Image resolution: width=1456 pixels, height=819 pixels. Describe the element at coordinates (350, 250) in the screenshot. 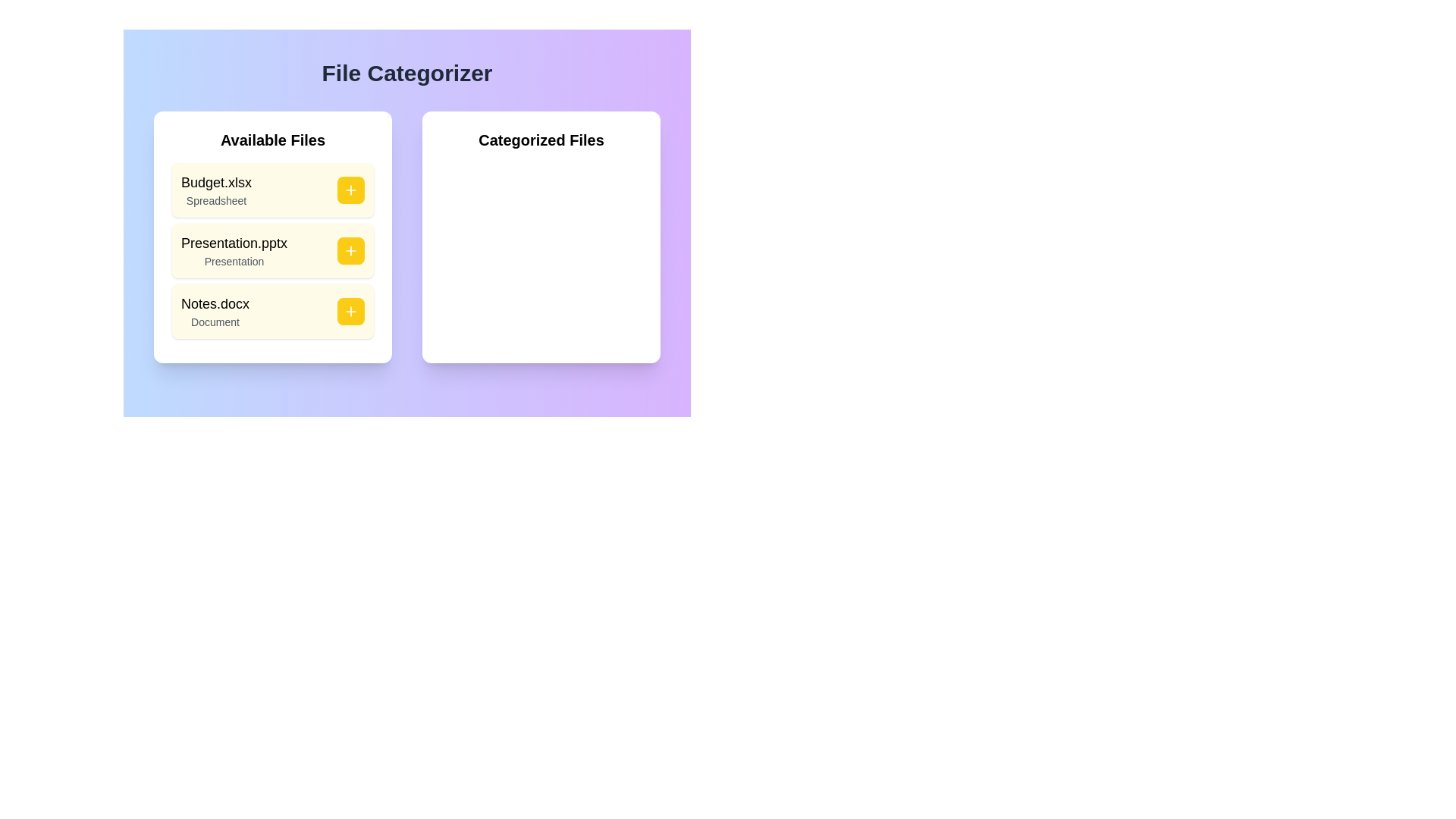

I see `the 'add' button located to the far right of 'Presentation.pptx' in the 'Available Files' section` at that location.